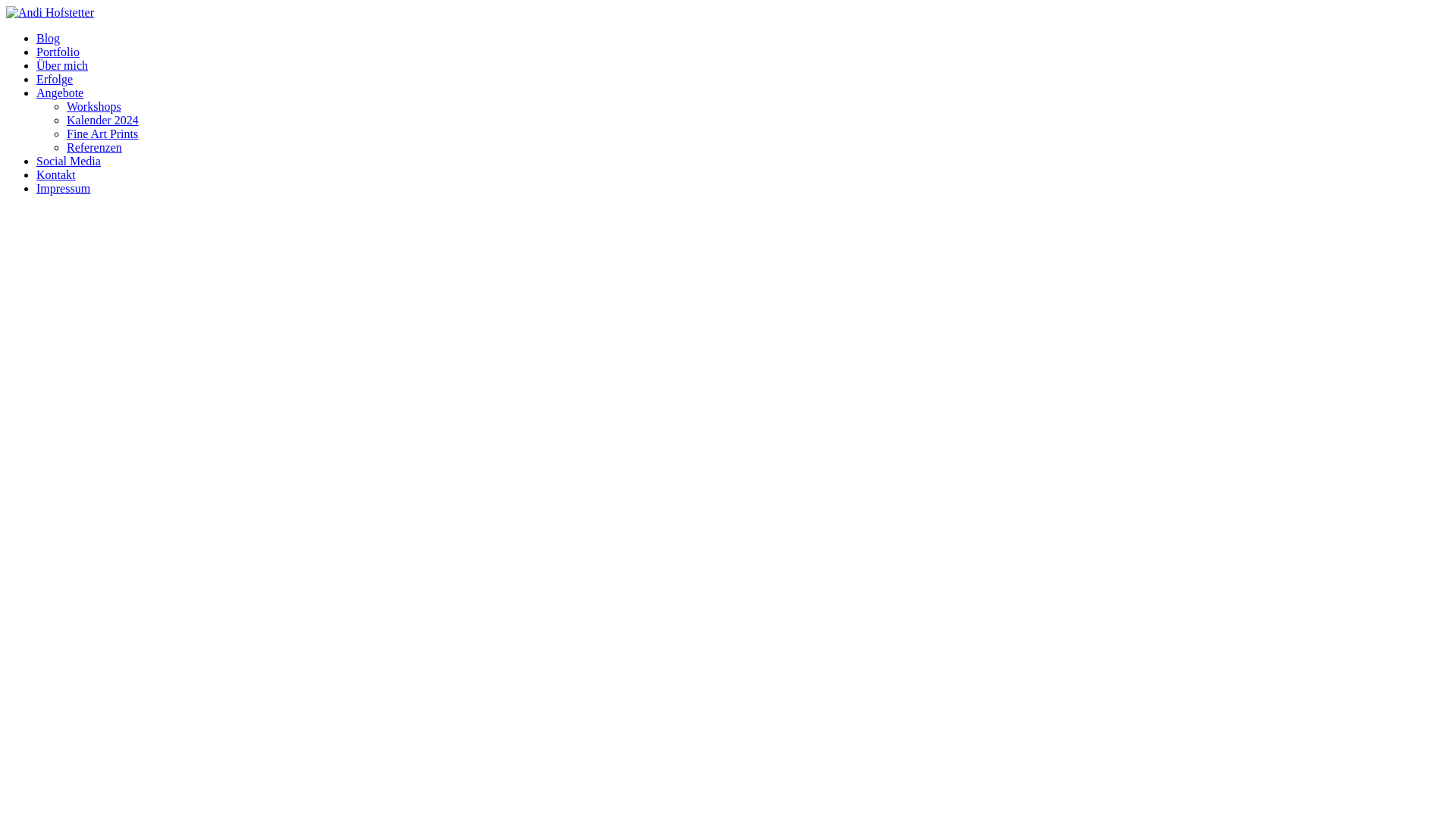 The height and width of the screenshot is (819, 1456). What do you see at coordinates (48, 37) in the screenshot?
I see `'Blog'` at bounding box center [48, 37].